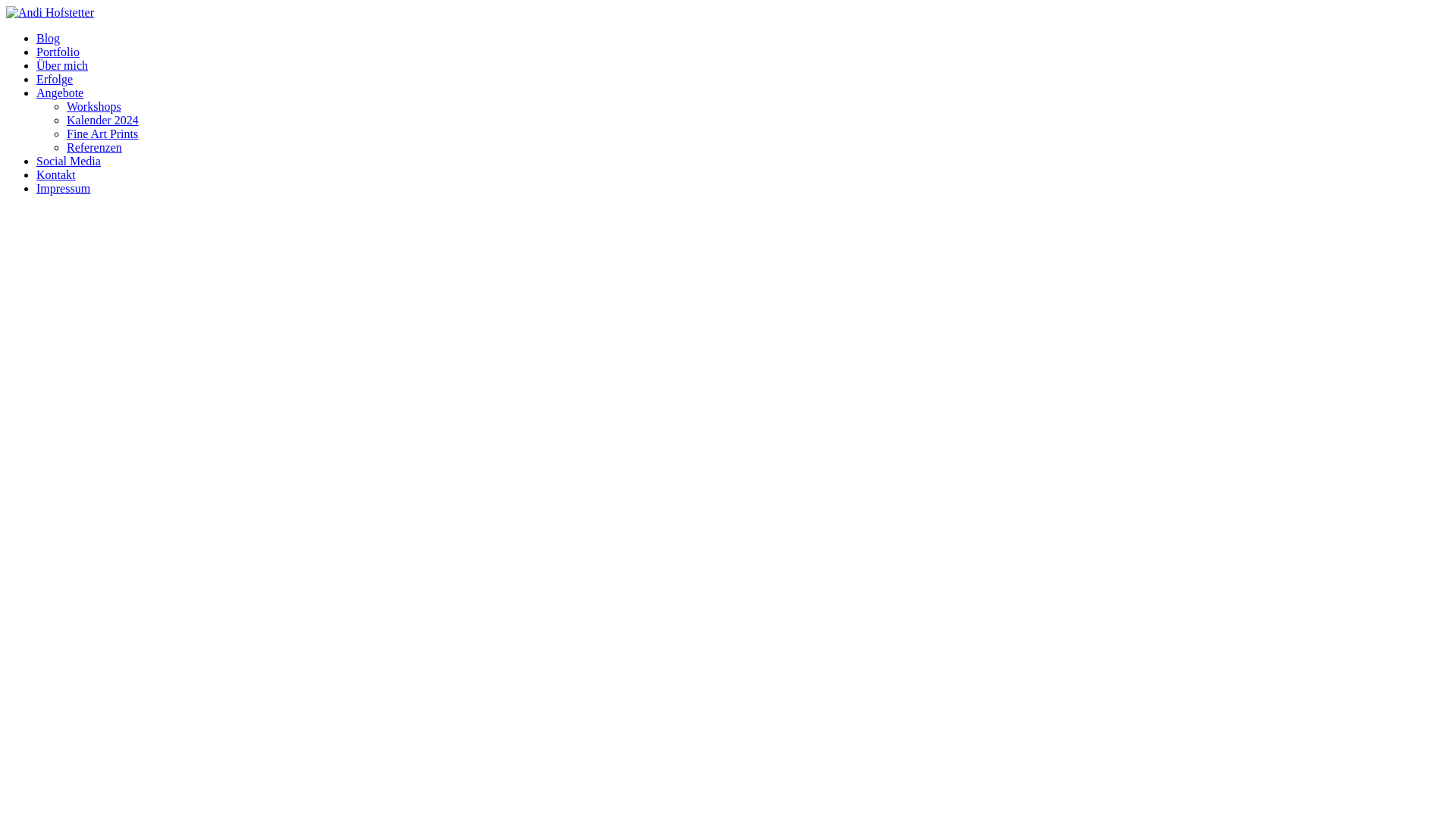 The height and width of the screenshot is (819, 1456). What do you see at coordinates (48, 37) in the screenshot?
I see `'Blog'` at bounding box center [48, 37].